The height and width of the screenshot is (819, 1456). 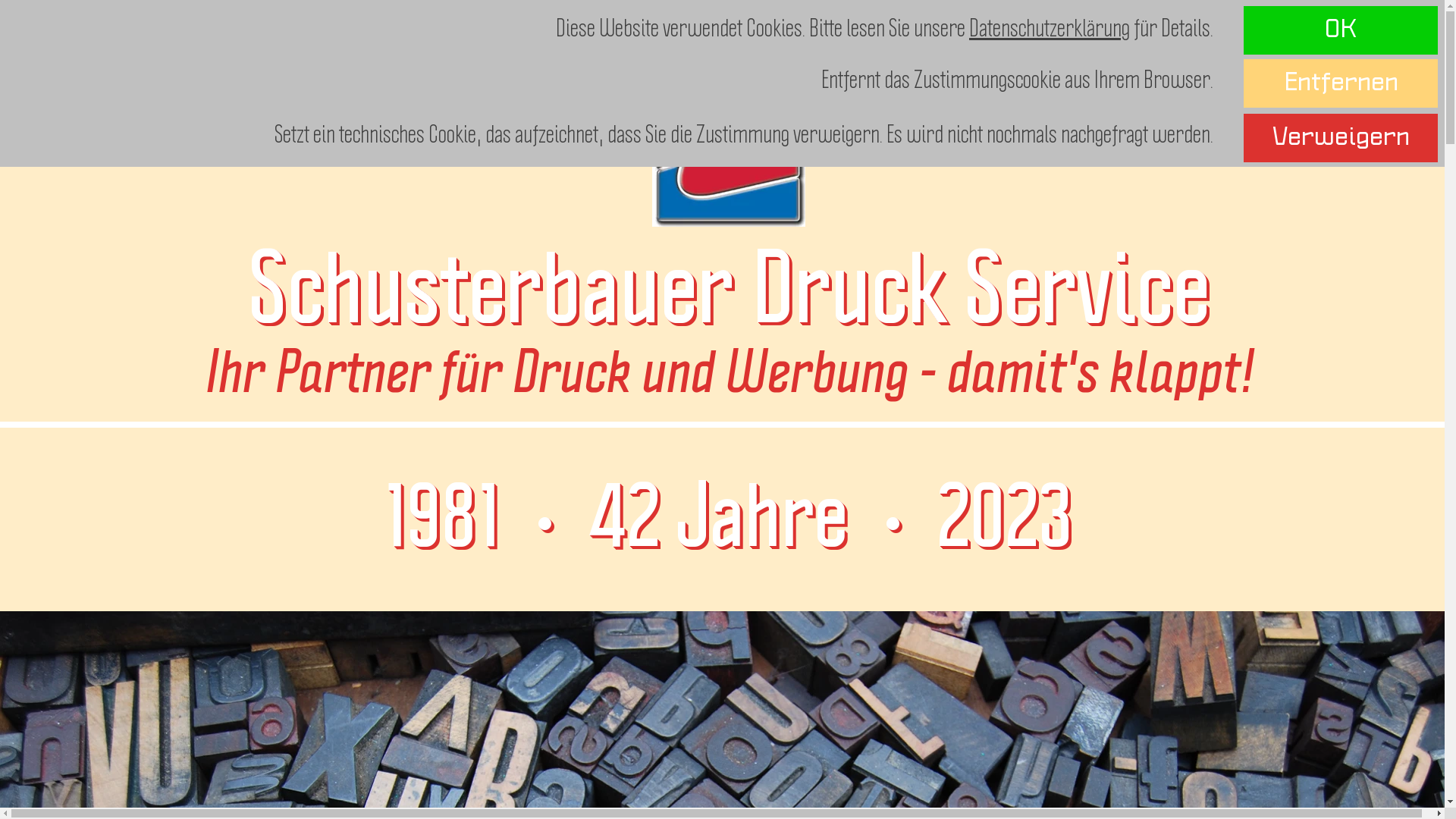 What do you see at coordinates (1340, 83) in the screenshot?
I see `'Entfernen'` at bounding box center [1340, 83].